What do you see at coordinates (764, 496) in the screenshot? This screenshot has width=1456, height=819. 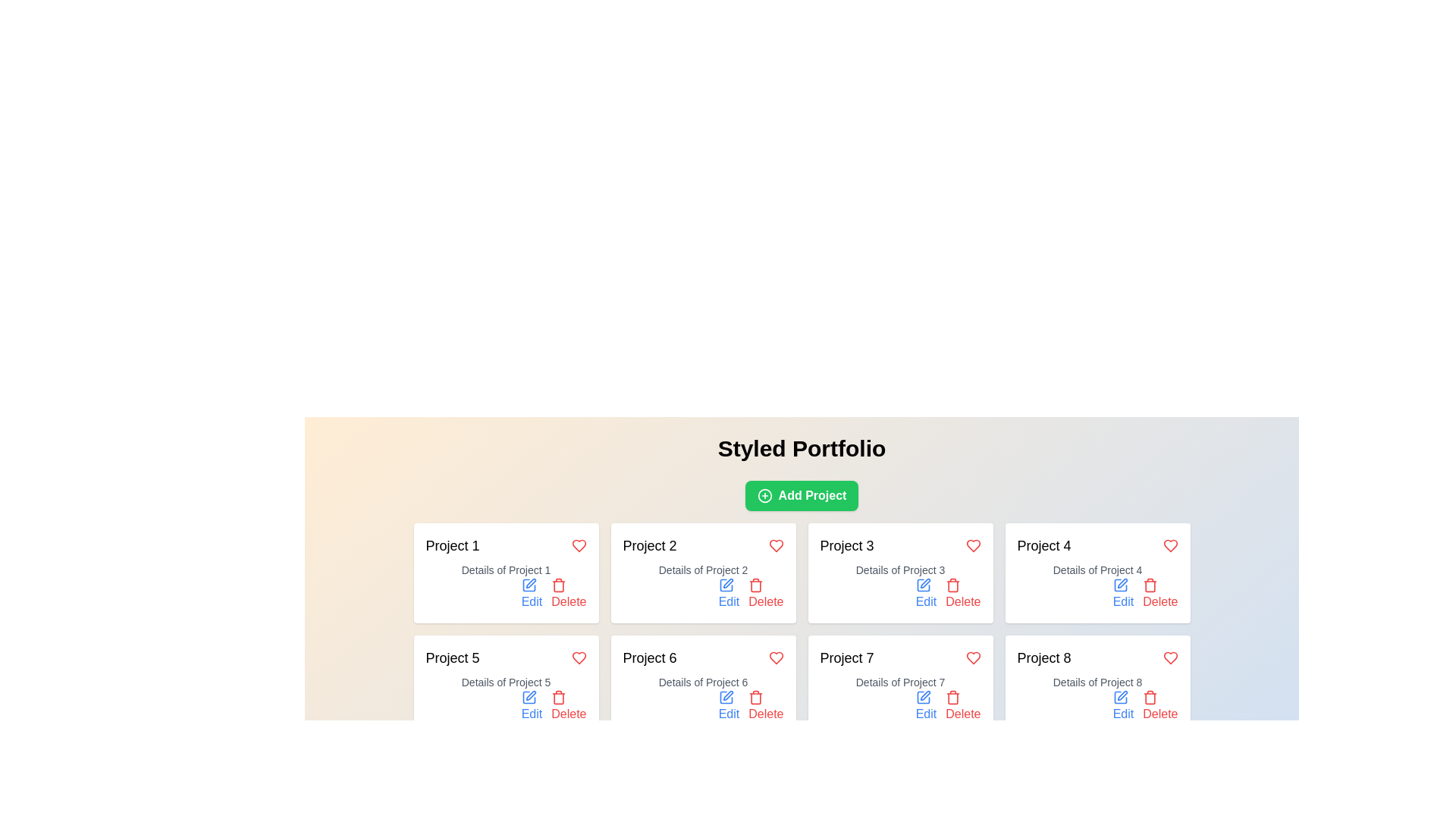 I see `the circular decorative border surrounding the '+' symbol in the 'Add Project' button, located just below the 'Styled Portfolio' title text` at bounding box center [764, 496].